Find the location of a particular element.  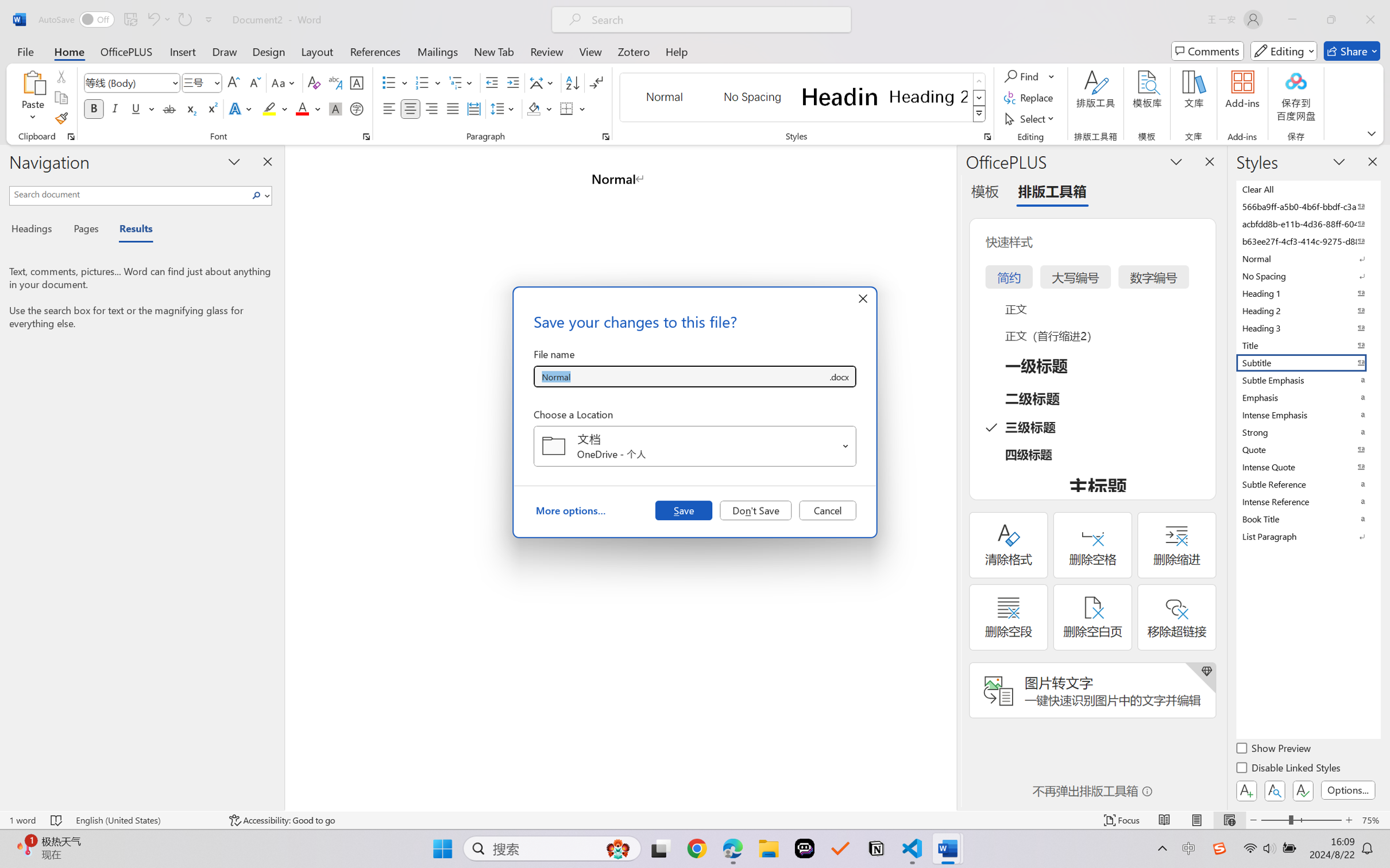

'Font' is located at coordinates (126, 83).